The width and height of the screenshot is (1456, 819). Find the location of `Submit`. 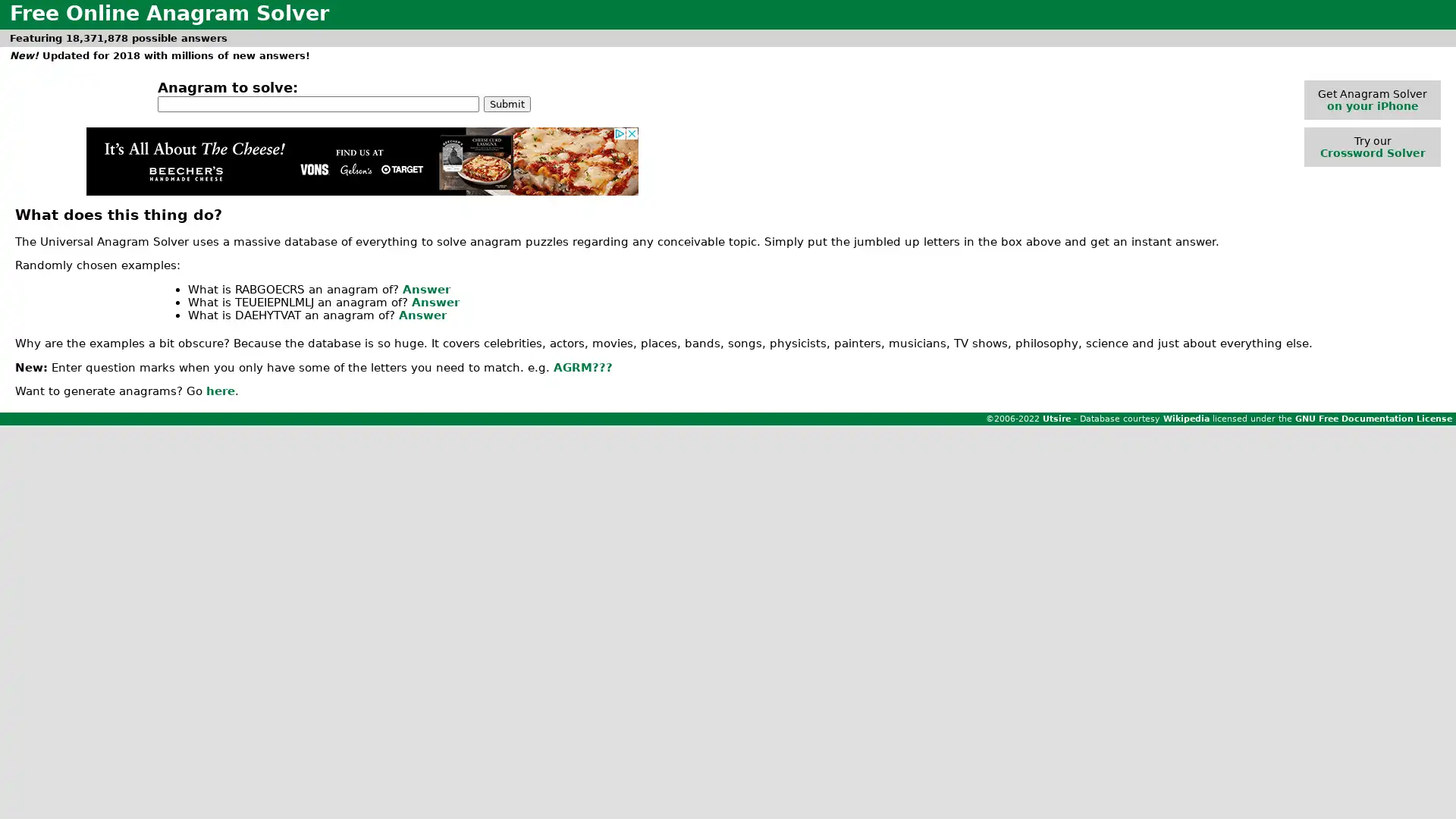

Submit is located at coordinates (507, 102).